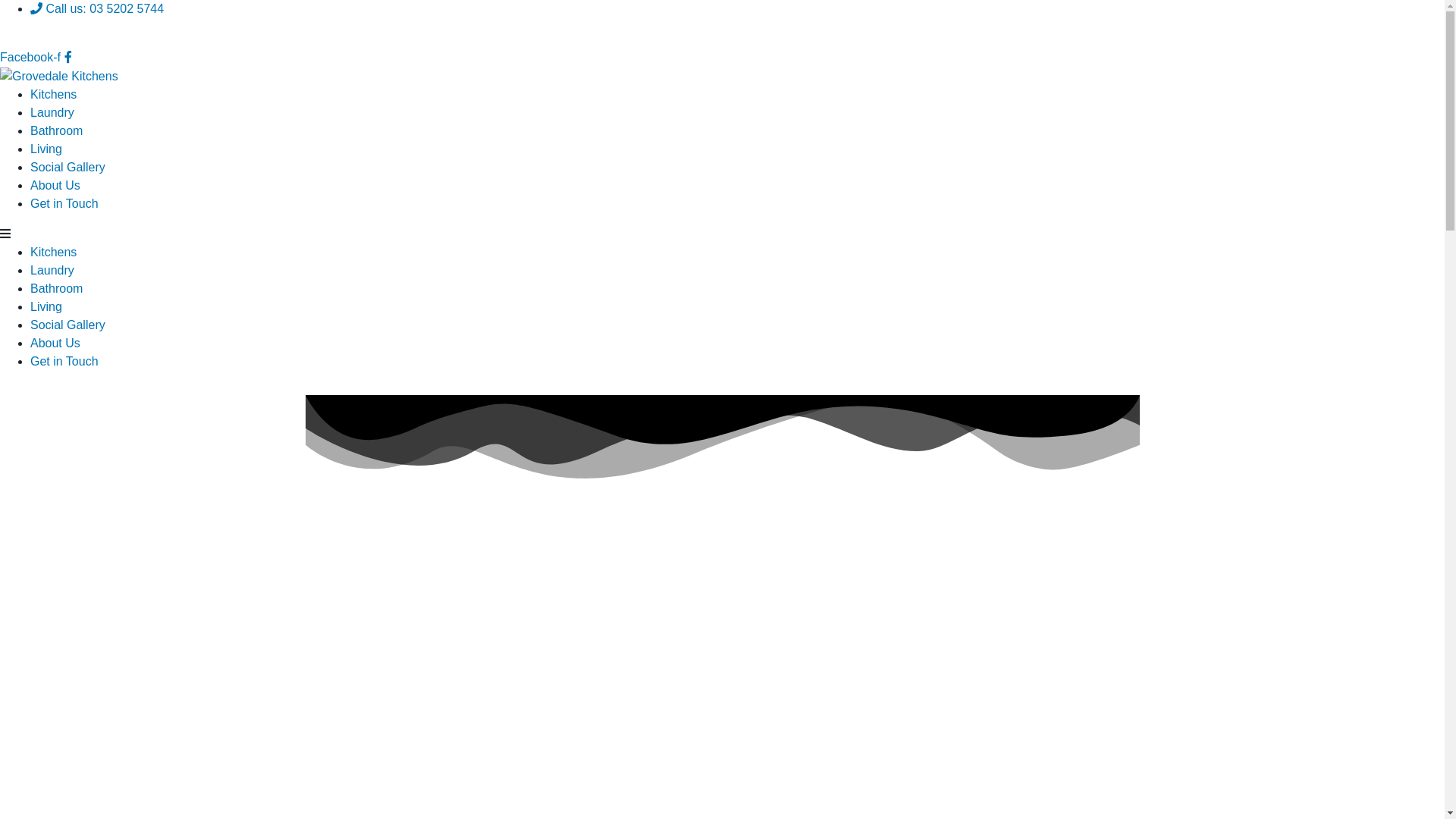 This screenshot has height=819, width=1456. I want to click on 'Get in Touch', so click(64, 202).